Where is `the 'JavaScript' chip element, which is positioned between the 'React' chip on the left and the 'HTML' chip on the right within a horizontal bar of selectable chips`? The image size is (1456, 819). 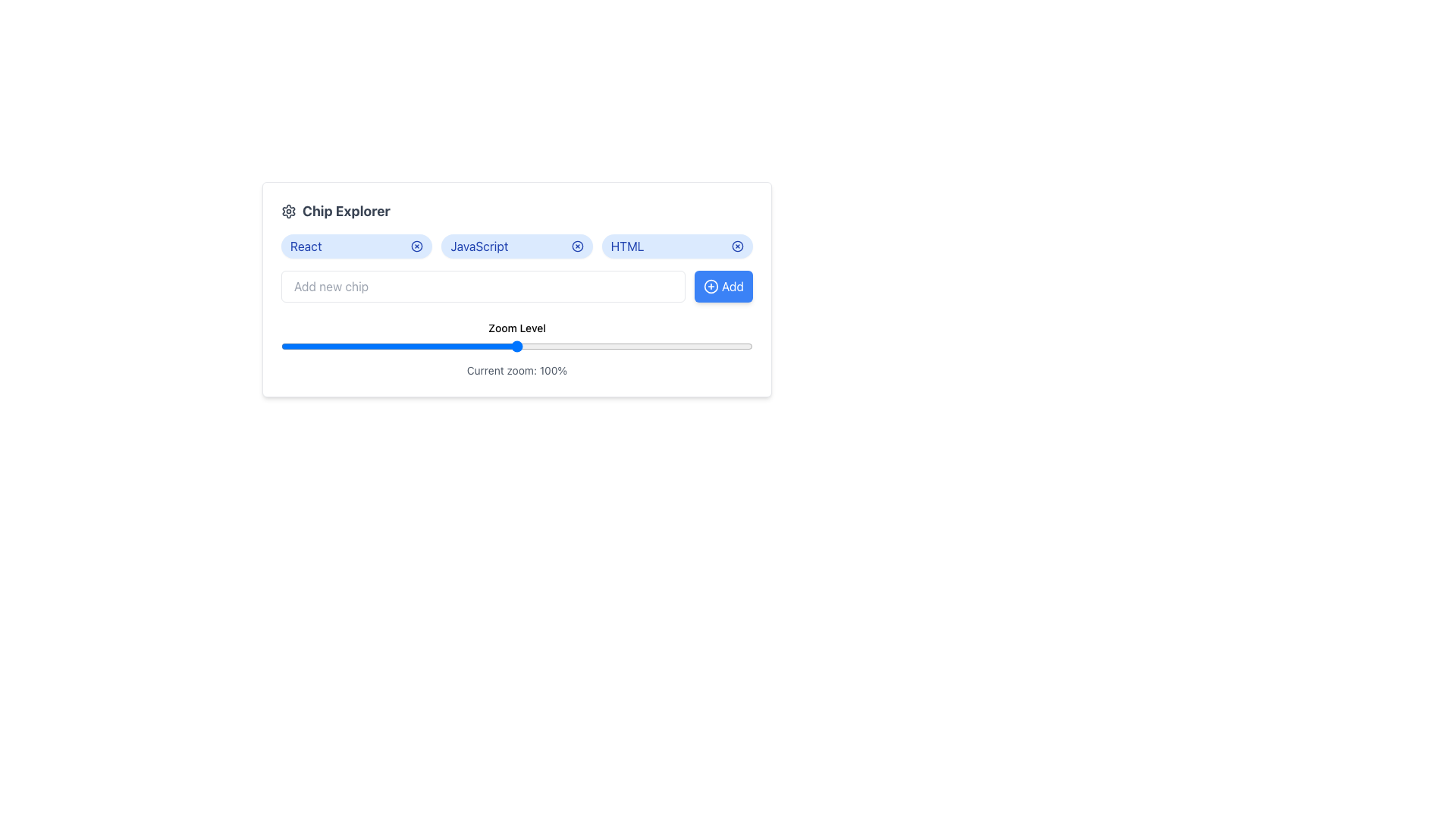
the 'JavaScript' chip element, which is positioned between the 'React' chip on the left and the 'HTML' chip on the right within a horizontal bar of selectable chips is located at coordinates (479, 245).